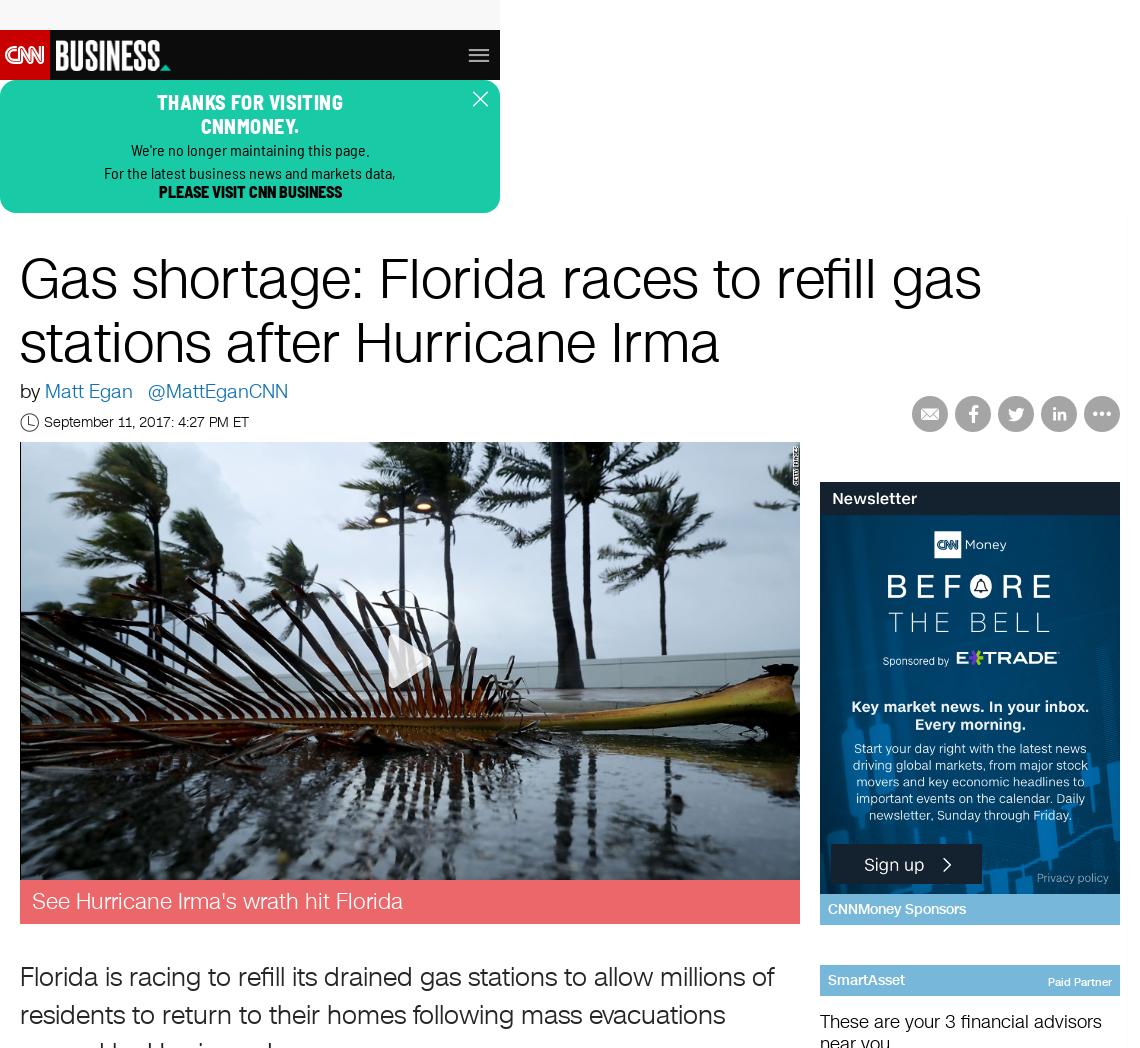 This screenshot has width=1140, height=1048. I want to click on 'thanks for visiting cnnmoney.', so click(248, 113).